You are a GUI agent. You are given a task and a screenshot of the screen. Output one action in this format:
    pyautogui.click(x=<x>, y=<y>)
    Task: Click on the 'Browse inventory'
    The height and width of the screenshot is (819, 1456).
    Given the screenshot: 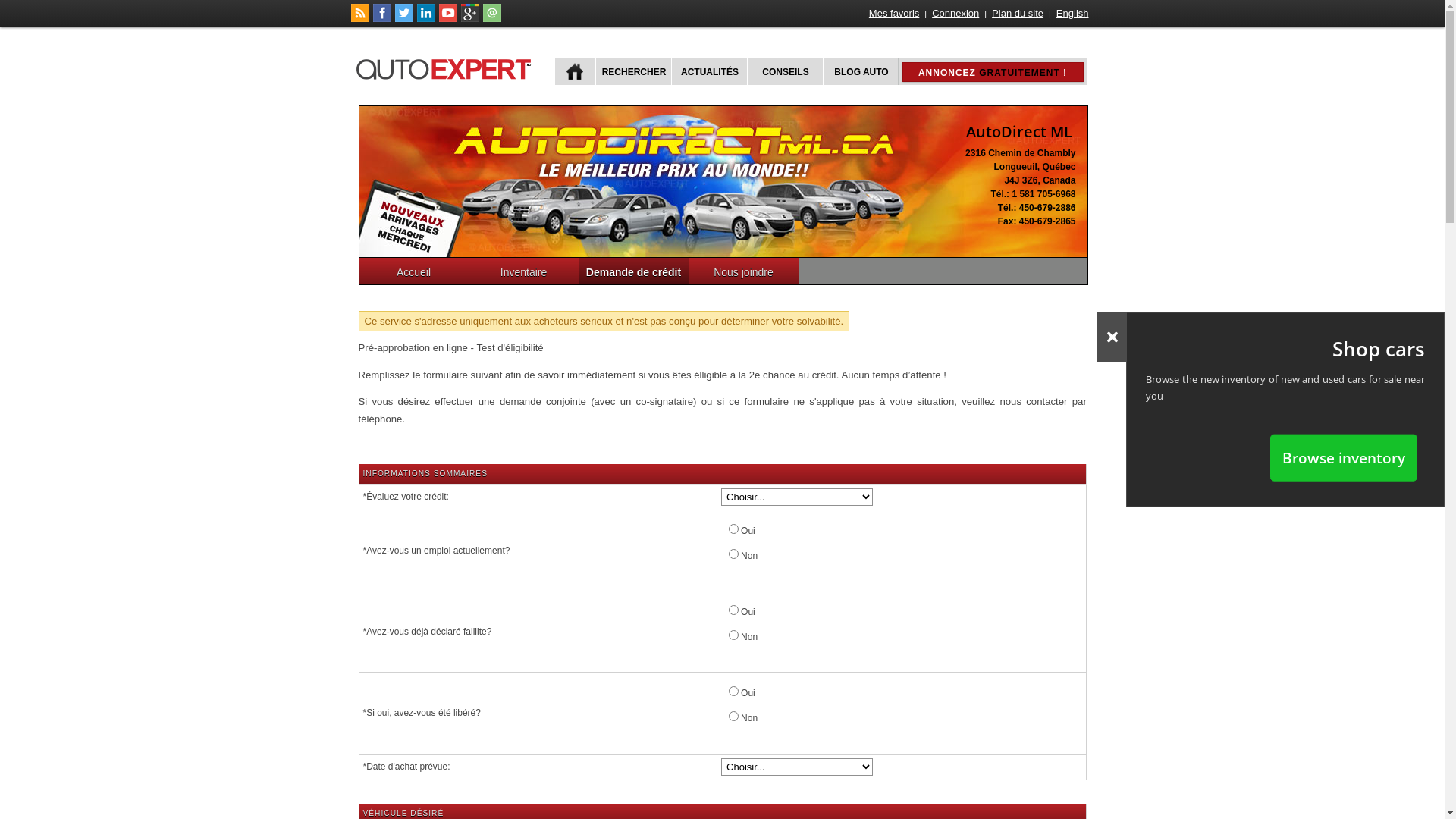 What is the action you would take?
    pyautogui.click(x=1343, y=457)
    